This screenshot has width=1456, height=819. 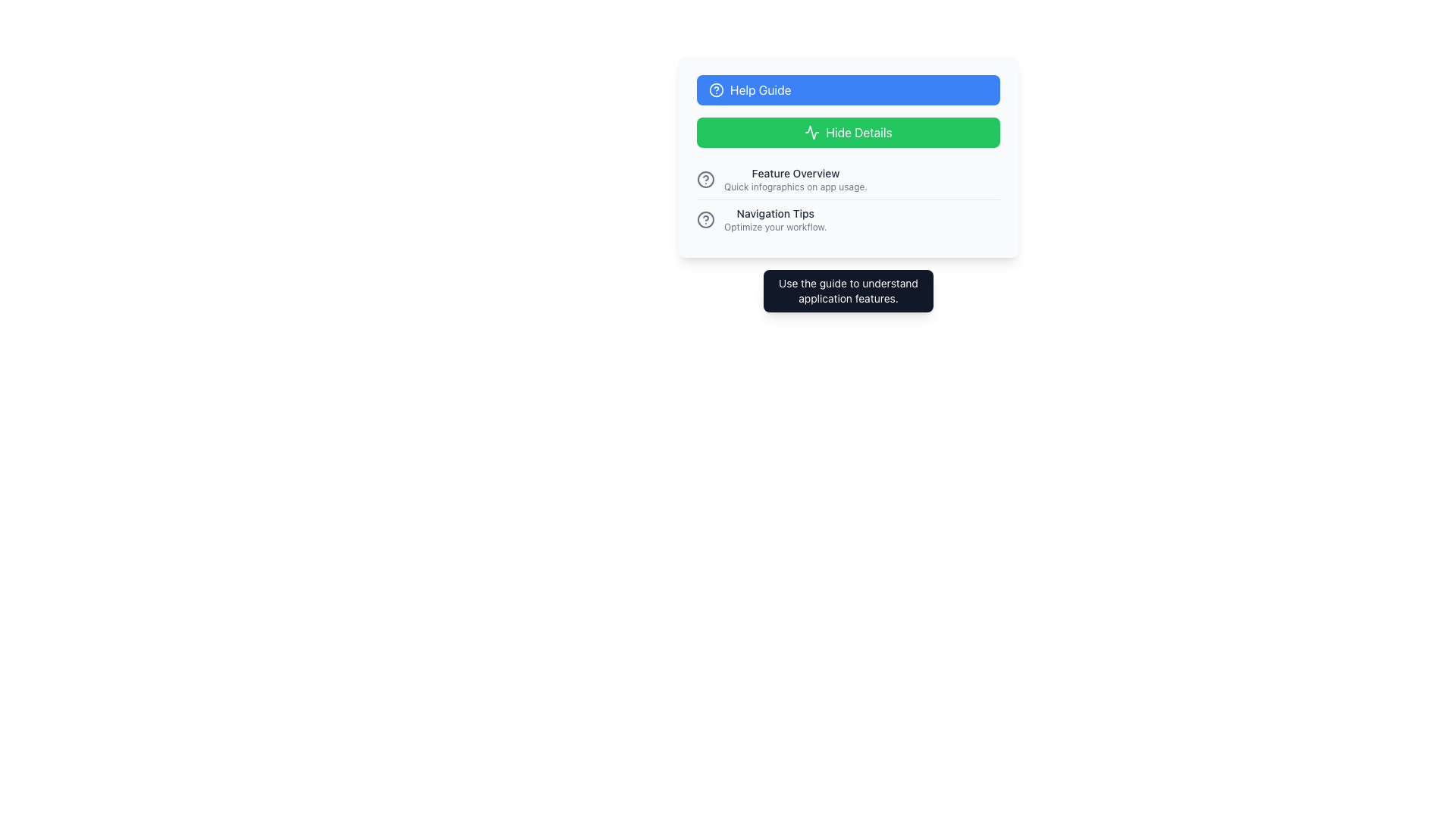 What do you see at coordinates (847, 131) in the screenshot?
I see `the green 'Hide Details' button with rounded edges, located centrally within the light gray box` at bounding box center [847, 131].